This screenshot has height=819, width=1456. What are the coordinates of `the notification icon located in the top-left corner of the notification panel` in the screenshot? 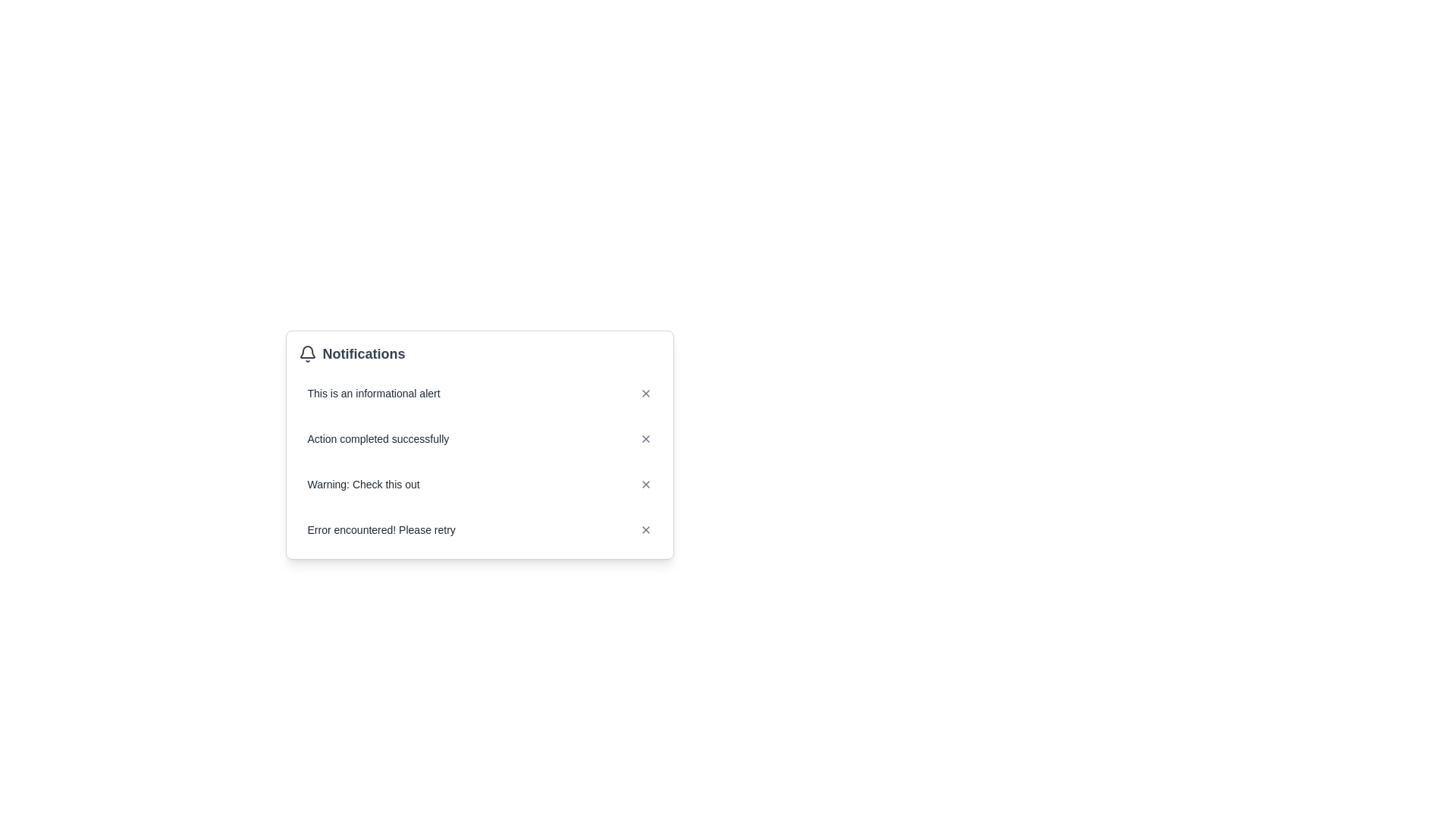 It's located at (306, 353).